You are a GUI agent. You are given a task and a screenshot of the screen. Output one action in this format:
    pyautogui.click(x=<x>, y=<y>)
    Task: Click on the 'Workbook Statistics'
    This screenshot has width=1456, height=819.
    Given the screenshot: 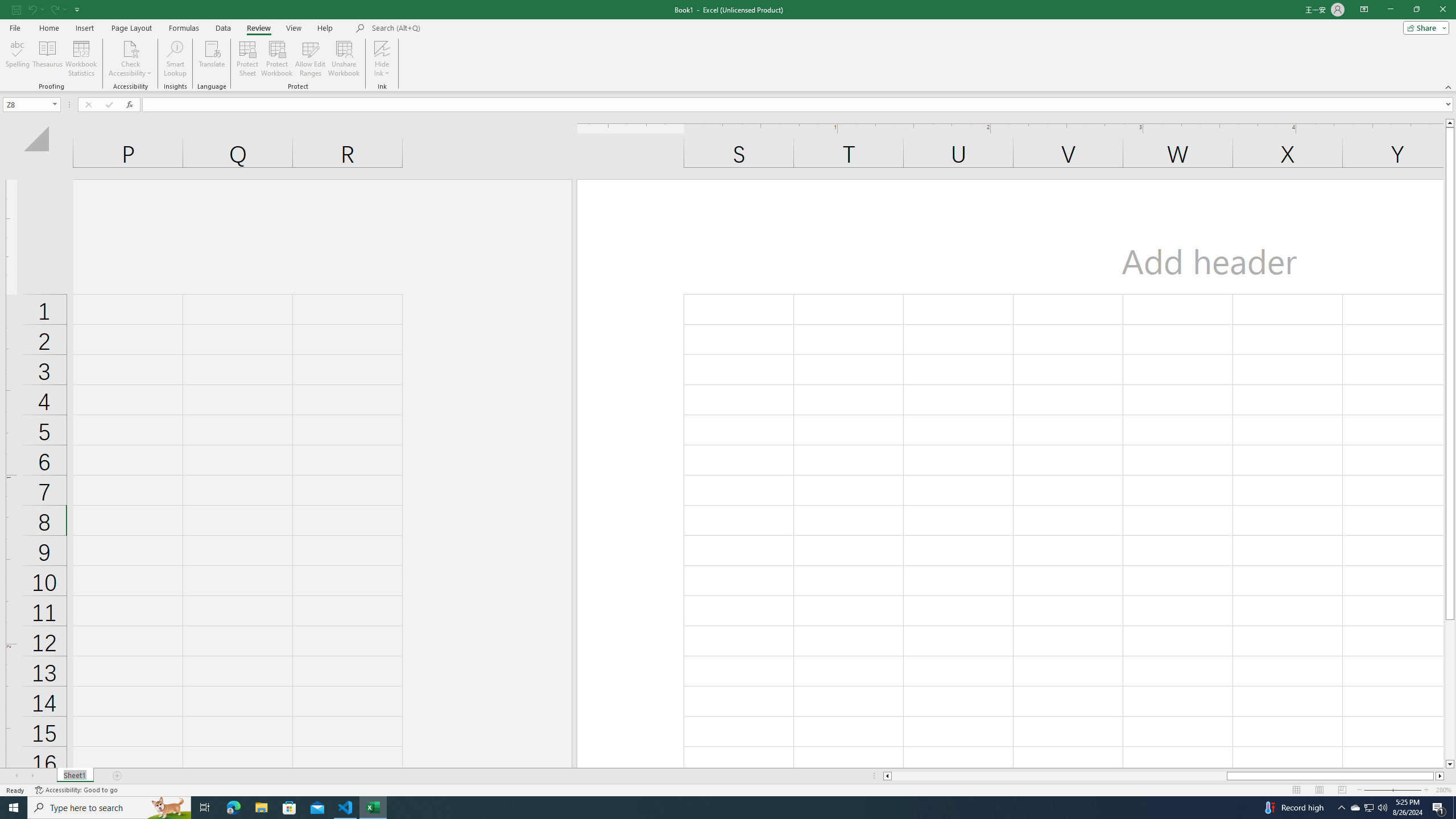 What is the action you would take?
    pyautogui.click(x=81, y=59)
    